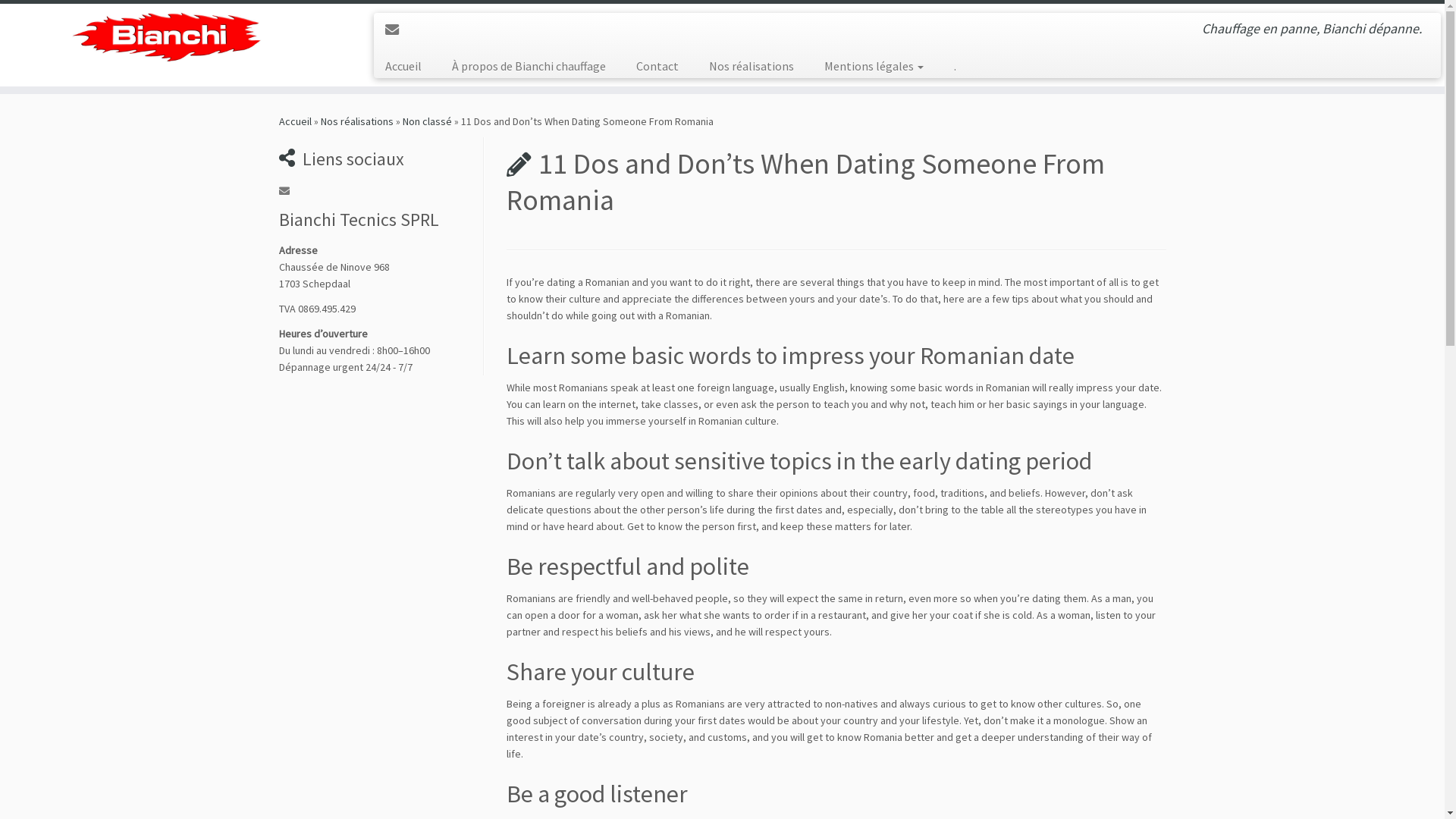 Image resolution: width=1456 pixels, height=819 pixels. I want to click on 'E-mail', so click(397, 30).